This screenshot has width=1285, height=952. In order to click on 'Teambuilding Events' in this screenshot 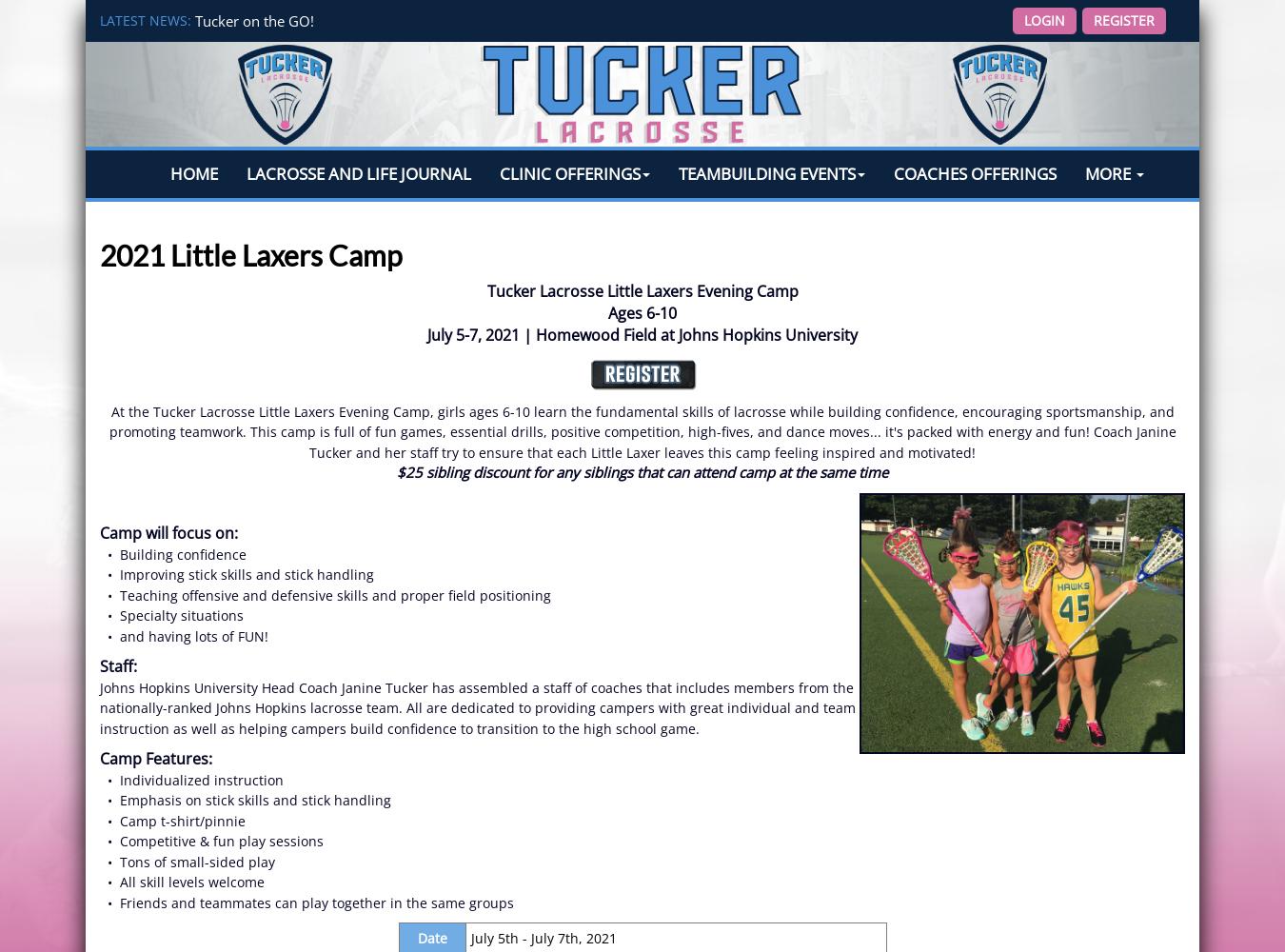, I will do `click(766, 173)`.